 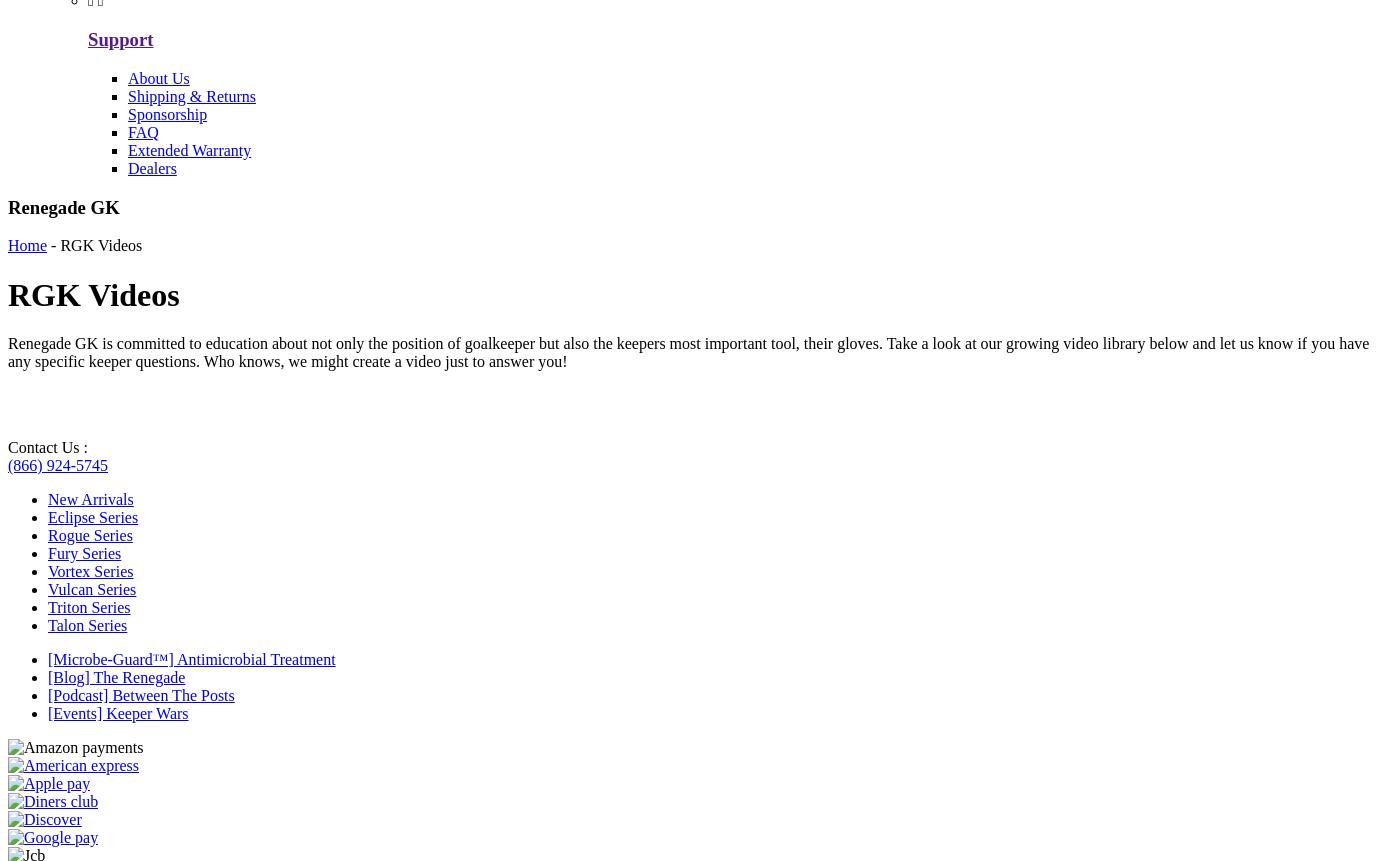 I want to click on 'Vulcan Series', so click(x=91, y=588).